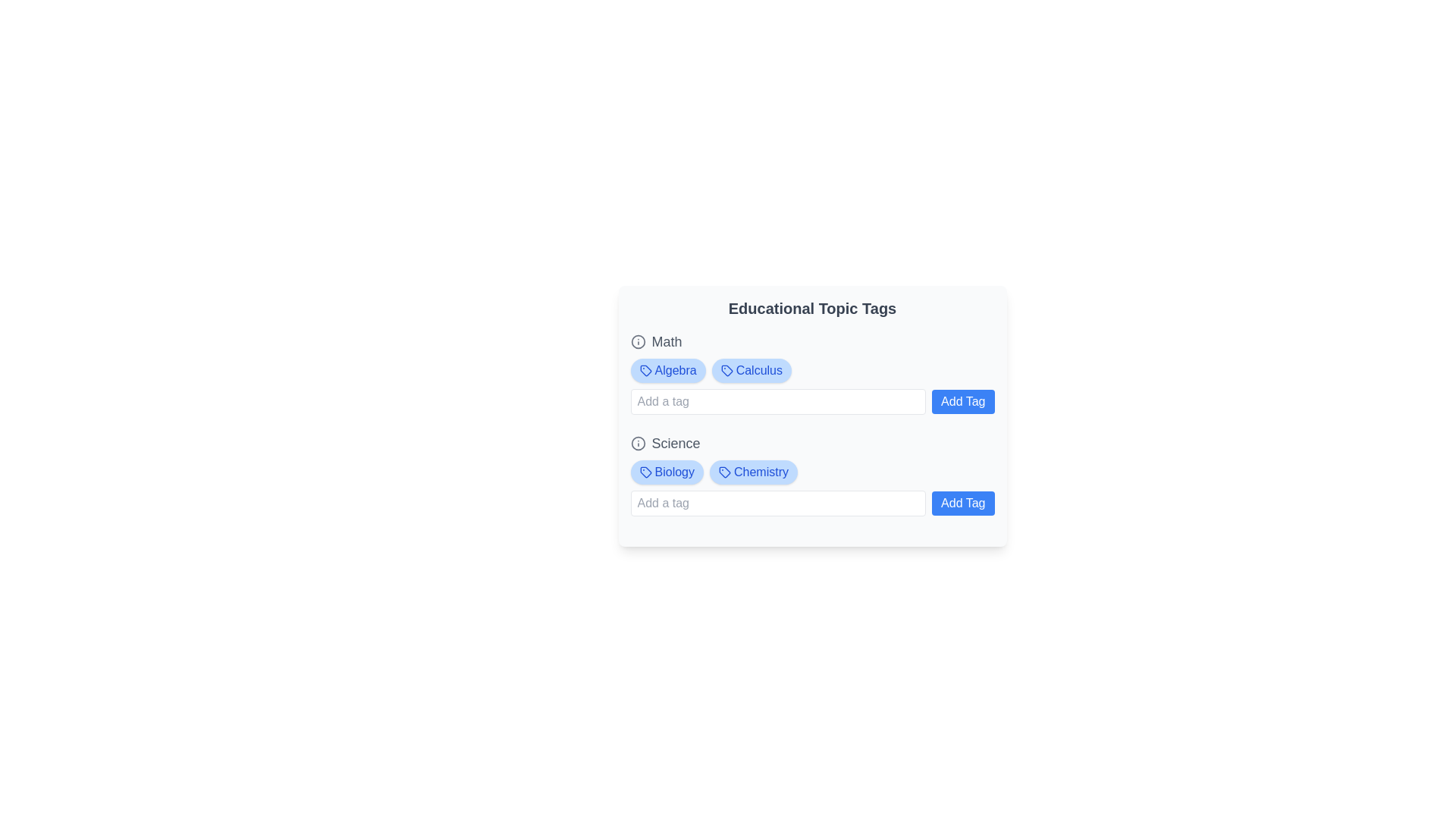 Image resolution: width=1456 pixels, height=819 pixels. I want to click on the 'Calculus' label located in the 'Math' section under 'Educational Topic Tags', which is the second tag in this group and positioned to the right of the 'Algebra' tag, so click(752, 371).